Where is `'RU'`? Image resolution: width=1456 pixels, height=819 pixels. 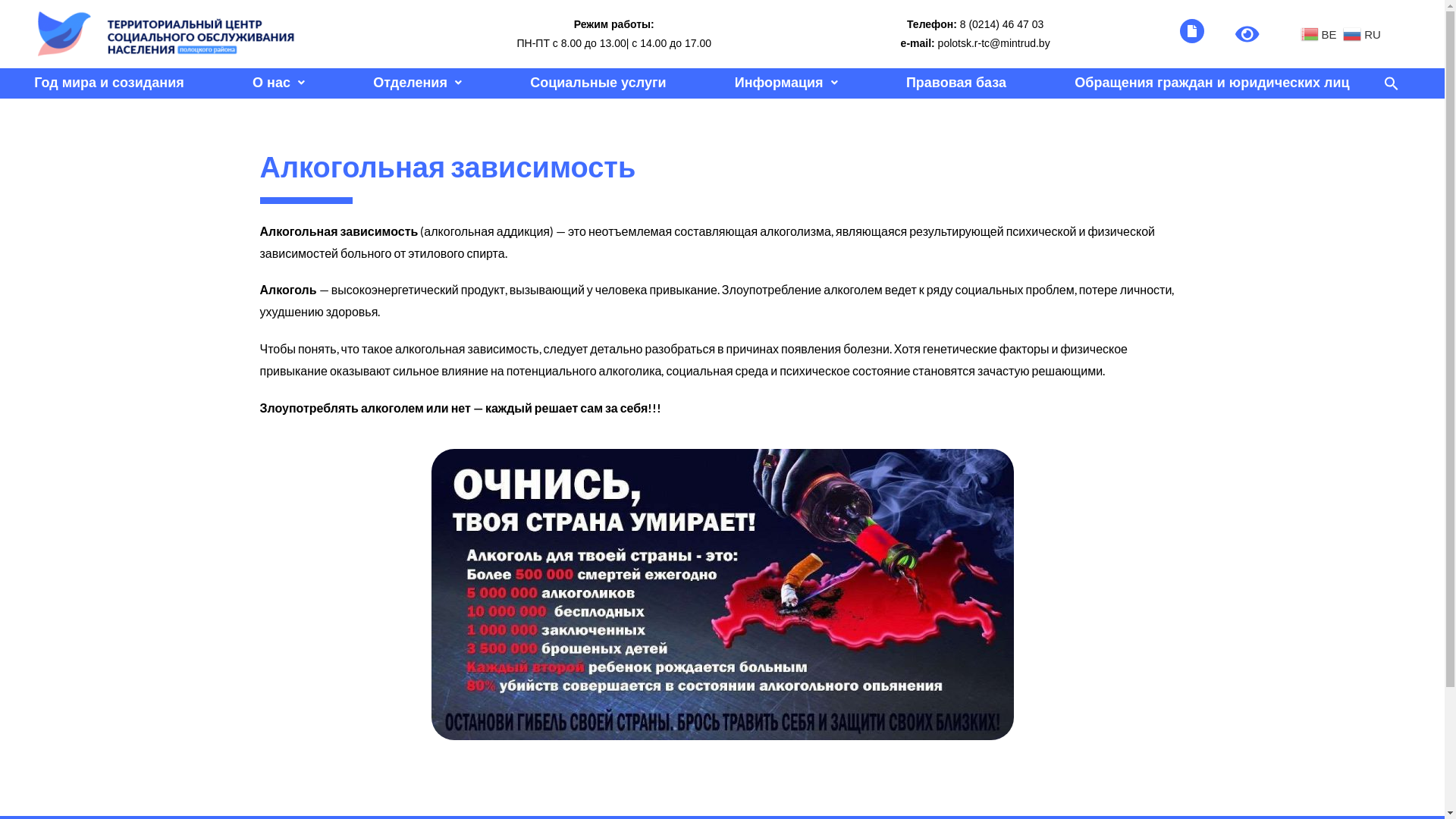 'RU' is located at coordinates (1363, 33).